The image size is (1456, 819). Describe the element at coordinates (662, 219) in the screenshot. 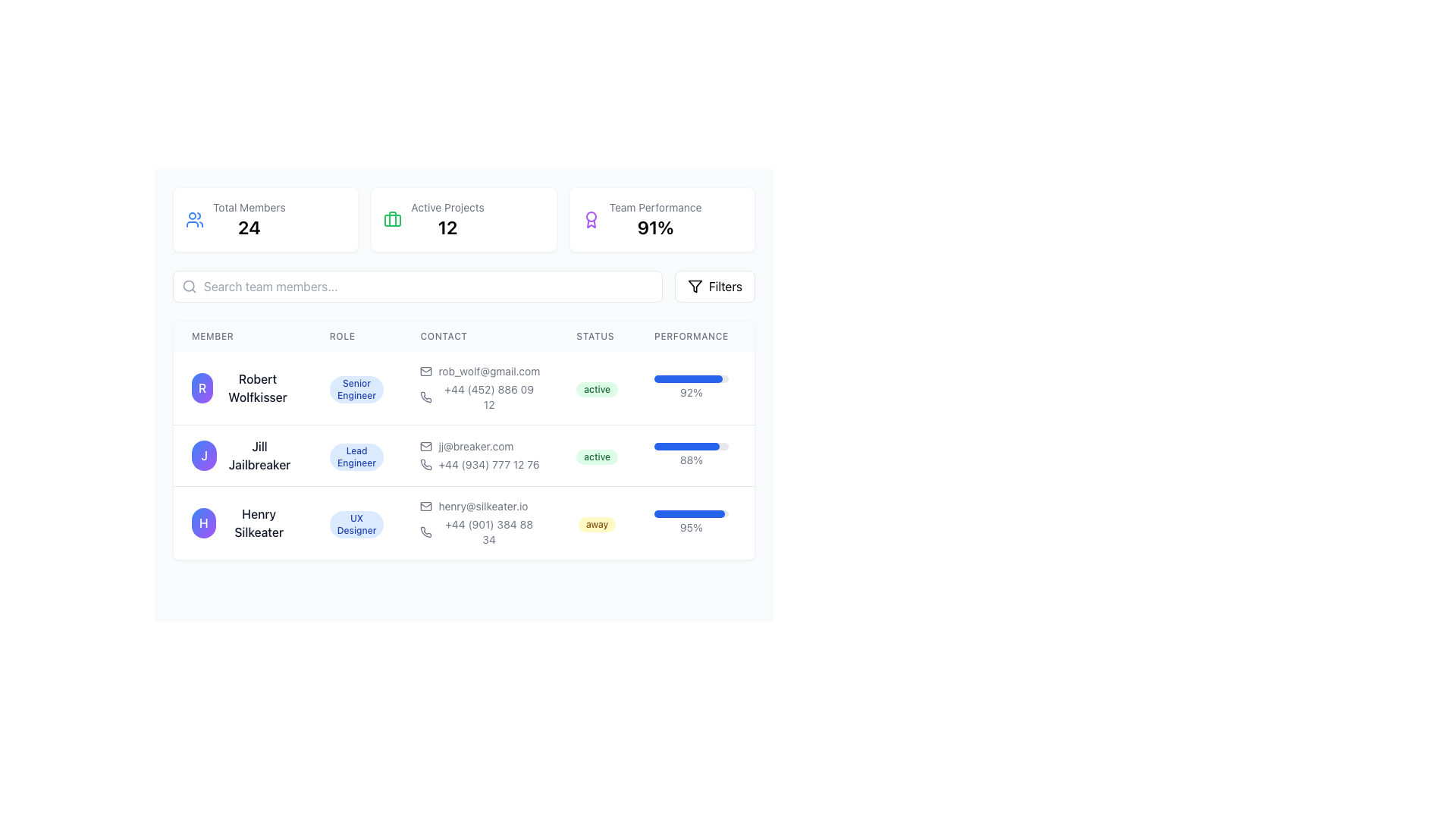

I see `displayed performance percentage from the Information Display located in the top-right corner of the performance metrics section, directly under the main navigation bar` at that location.